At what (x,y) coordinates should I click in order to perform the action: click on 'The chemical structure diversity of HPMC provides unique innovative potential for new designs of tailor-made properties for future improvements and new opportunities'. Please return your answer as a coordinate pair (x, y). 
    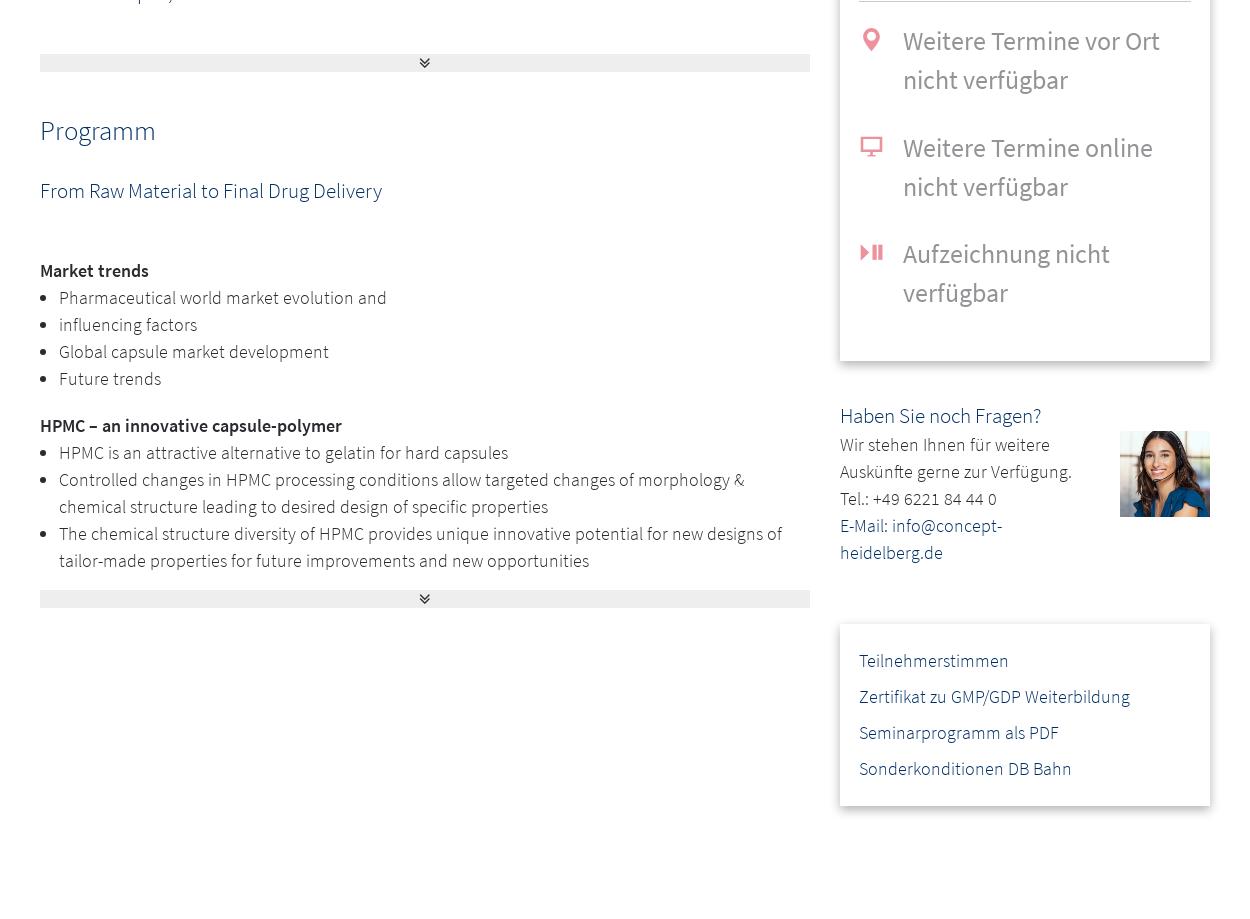
    Looking at the image, I should click on (59, 544).